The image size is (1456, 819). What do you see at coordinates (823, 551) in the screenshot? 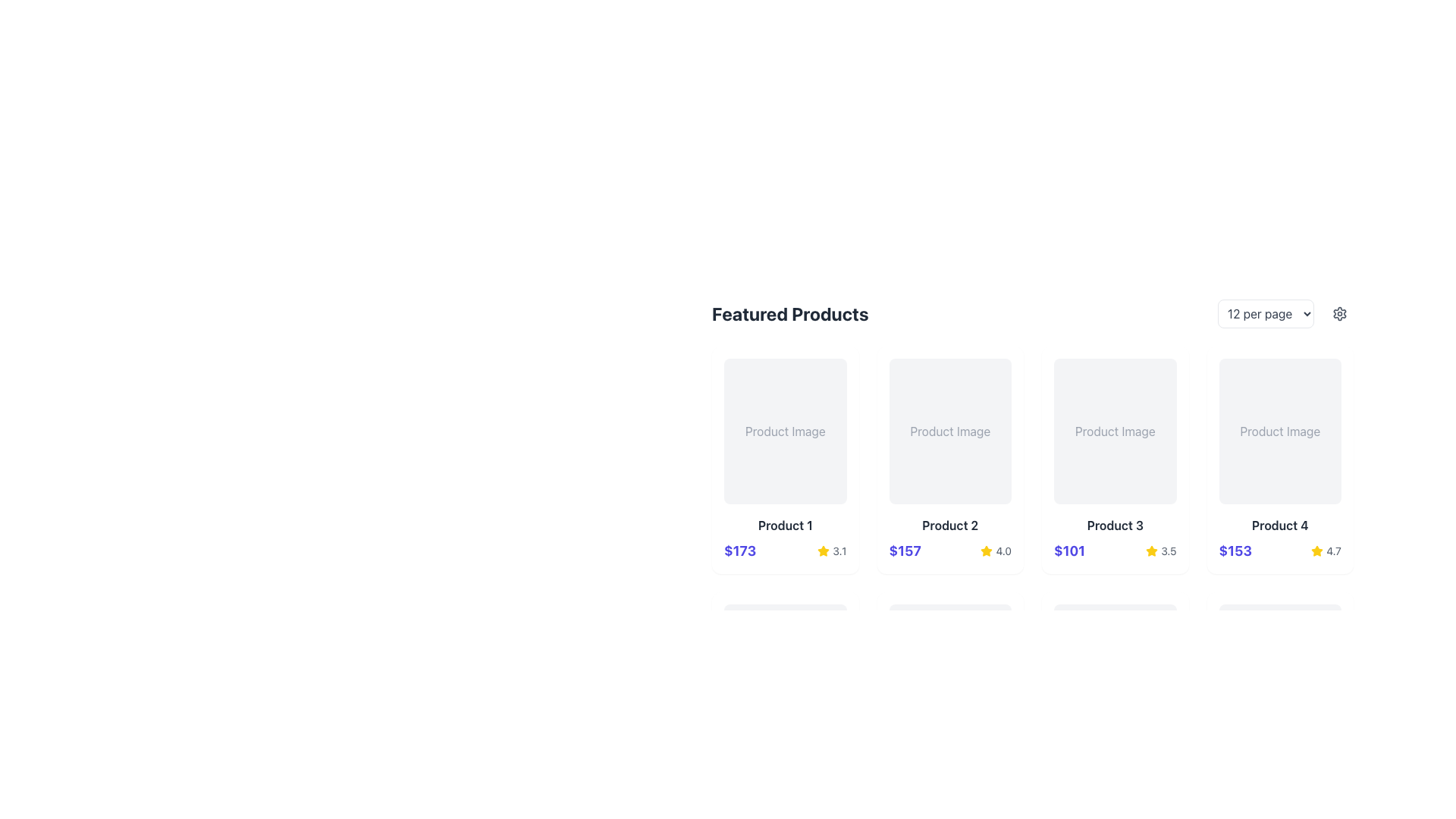
I see `the yellow star icon indicating a rating value of '3.1' located beside the text in the 'Product 1' card within the 'Featured Products' section` at bounding box center [823, 551].